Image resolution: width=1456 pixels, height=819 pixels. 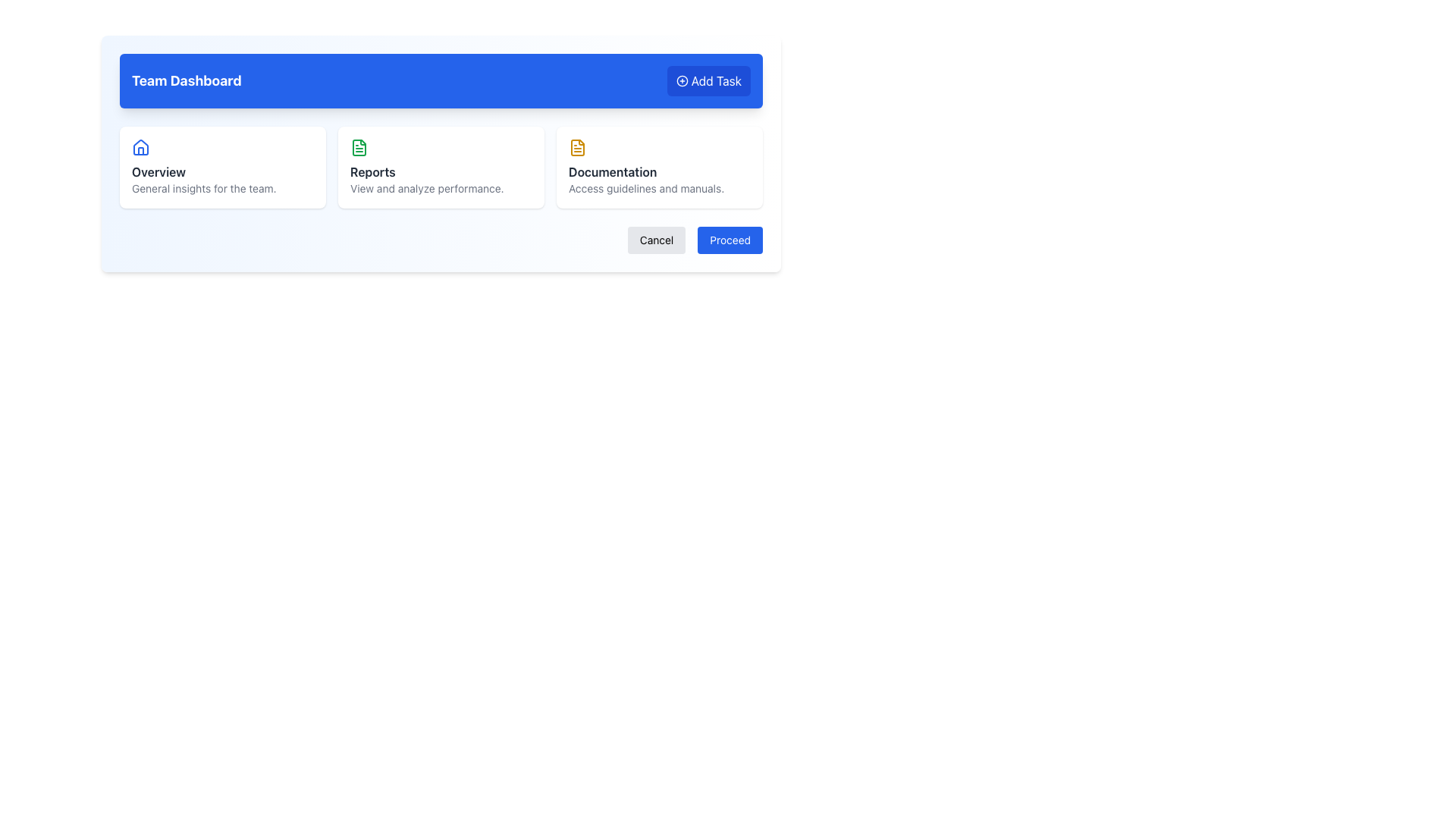 I want to click on text element displaying 'General insights for the team.' which is located directly below the 'Overview' heading, so click(x=203, y=188).